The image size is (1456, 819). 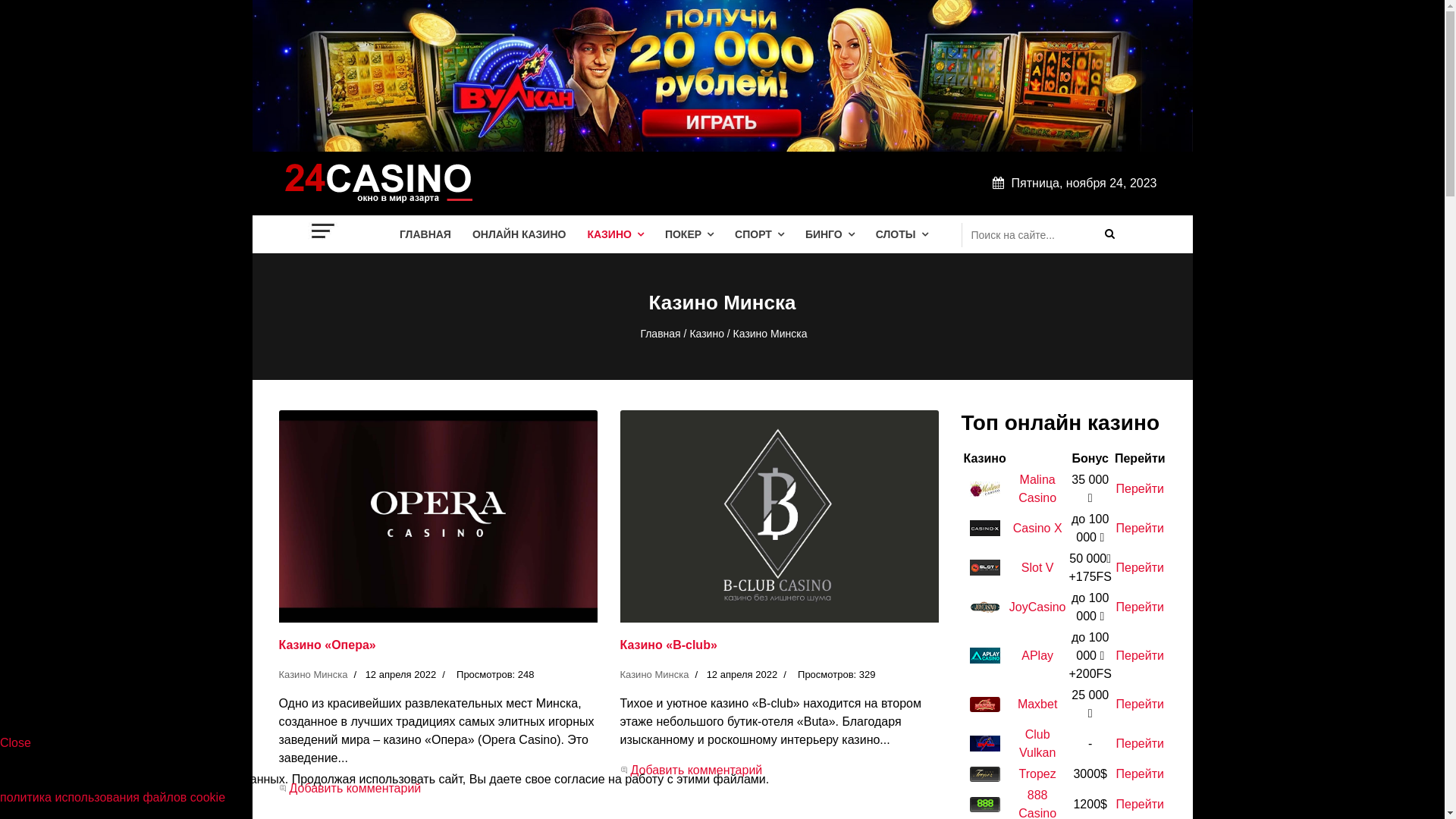 What do you see at coordinates (1037, 527) in the screenshot?
I see `'Casino X'` at bounding box center [1037, 527].